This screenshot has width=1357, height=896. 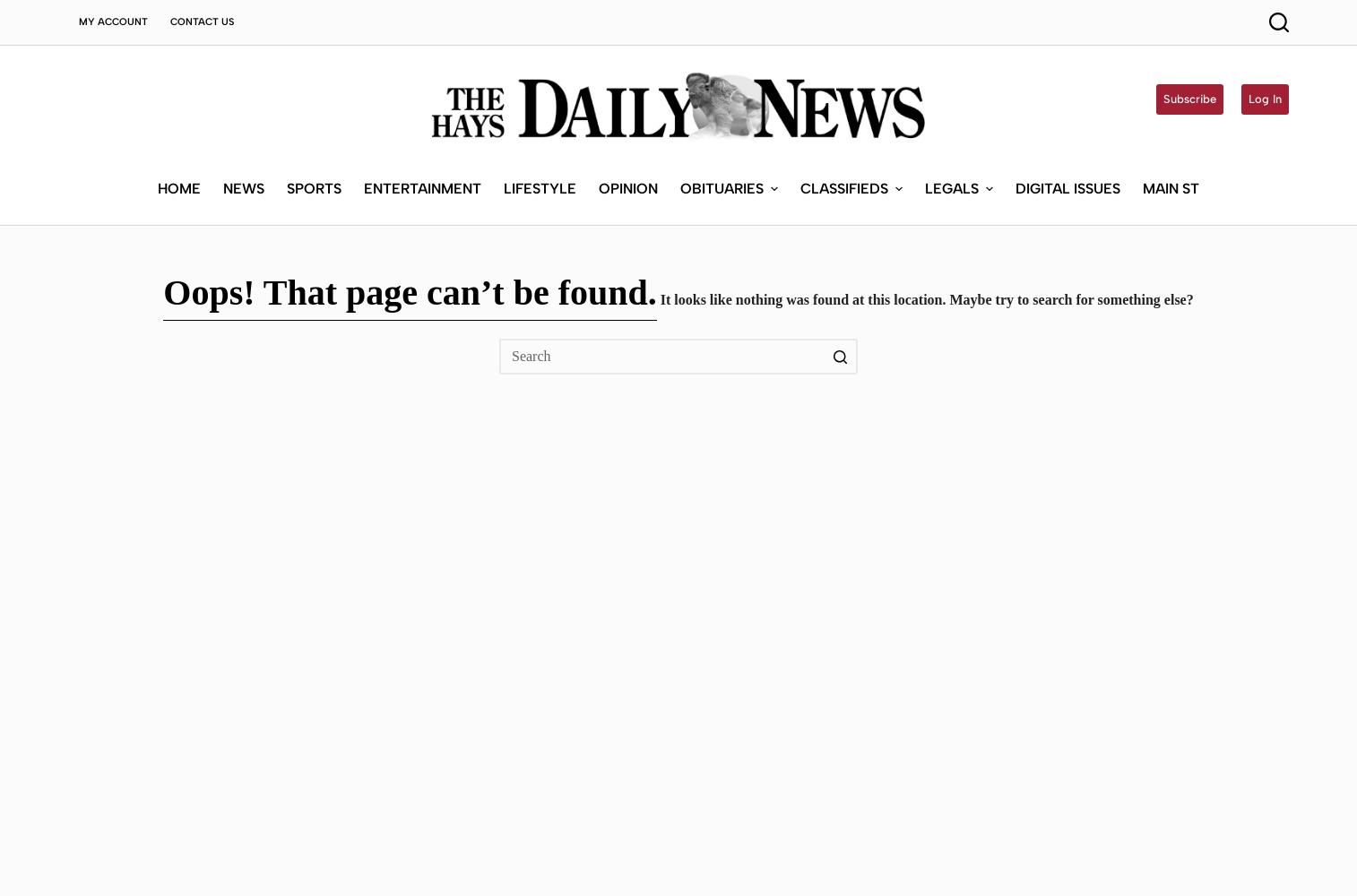 What do you see at coordinates (1189, 98) in the screenshot?
I see `'Subscribe'` at bounding box center [1189, 98].